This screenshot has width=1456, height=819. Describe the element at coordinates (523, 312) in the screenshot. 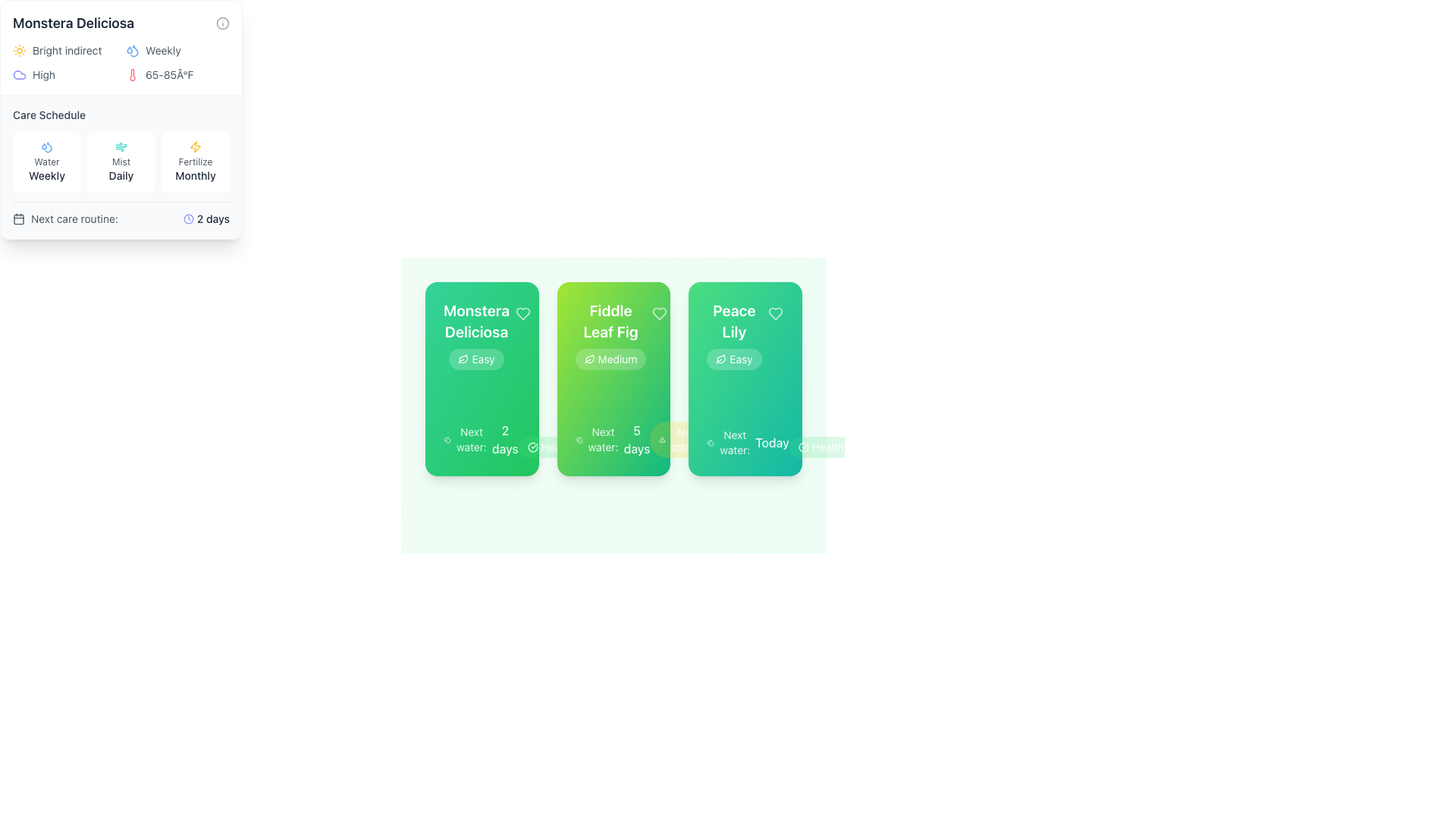

I see `the favorite or like button located at the top-right corner of the 'Monstera Deliciosa' card` at that location.